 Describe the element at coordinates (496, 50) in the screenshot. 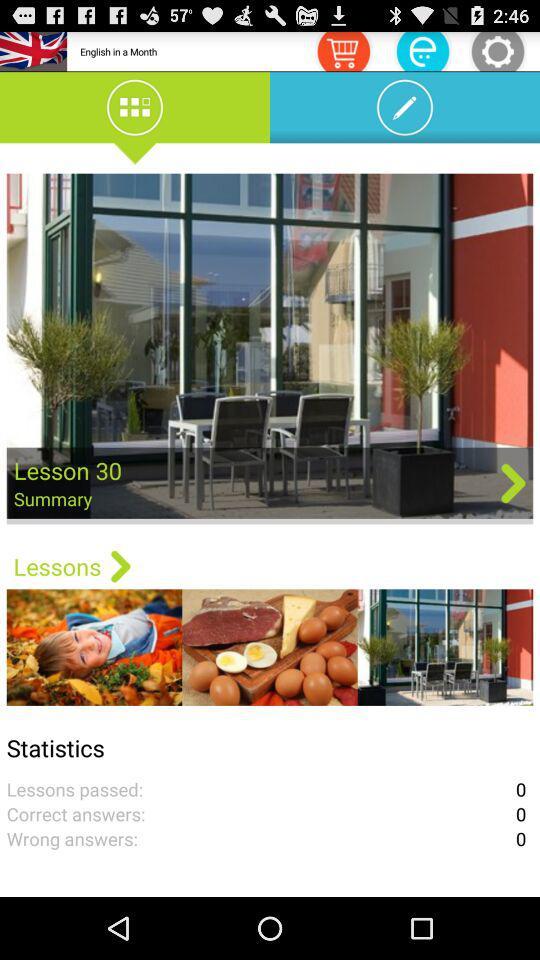

I see `access settings` at that location.